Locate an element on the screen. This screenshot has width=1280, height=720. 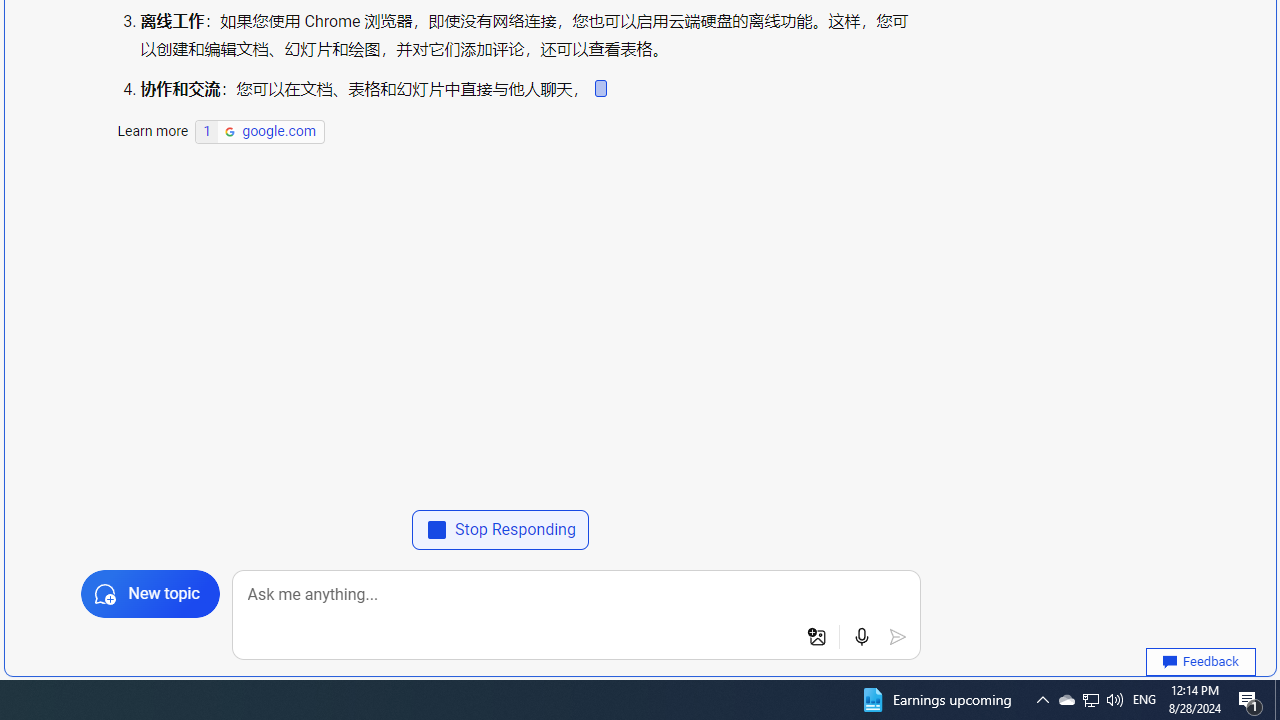
'Add an image to search' is located at coordinates (816, 637).